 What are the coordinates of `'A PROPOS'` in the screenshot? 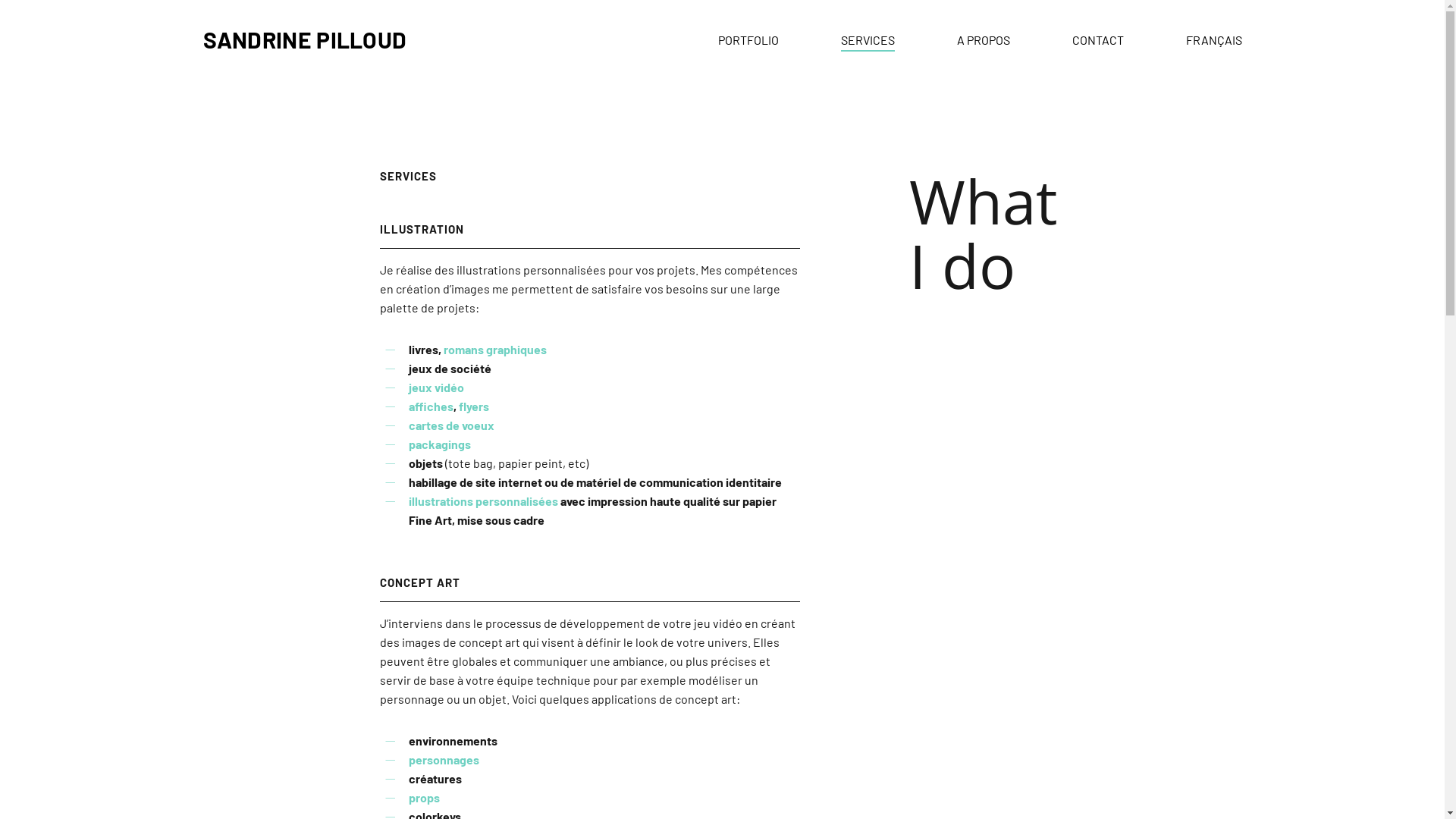 It's located at (983, 38).